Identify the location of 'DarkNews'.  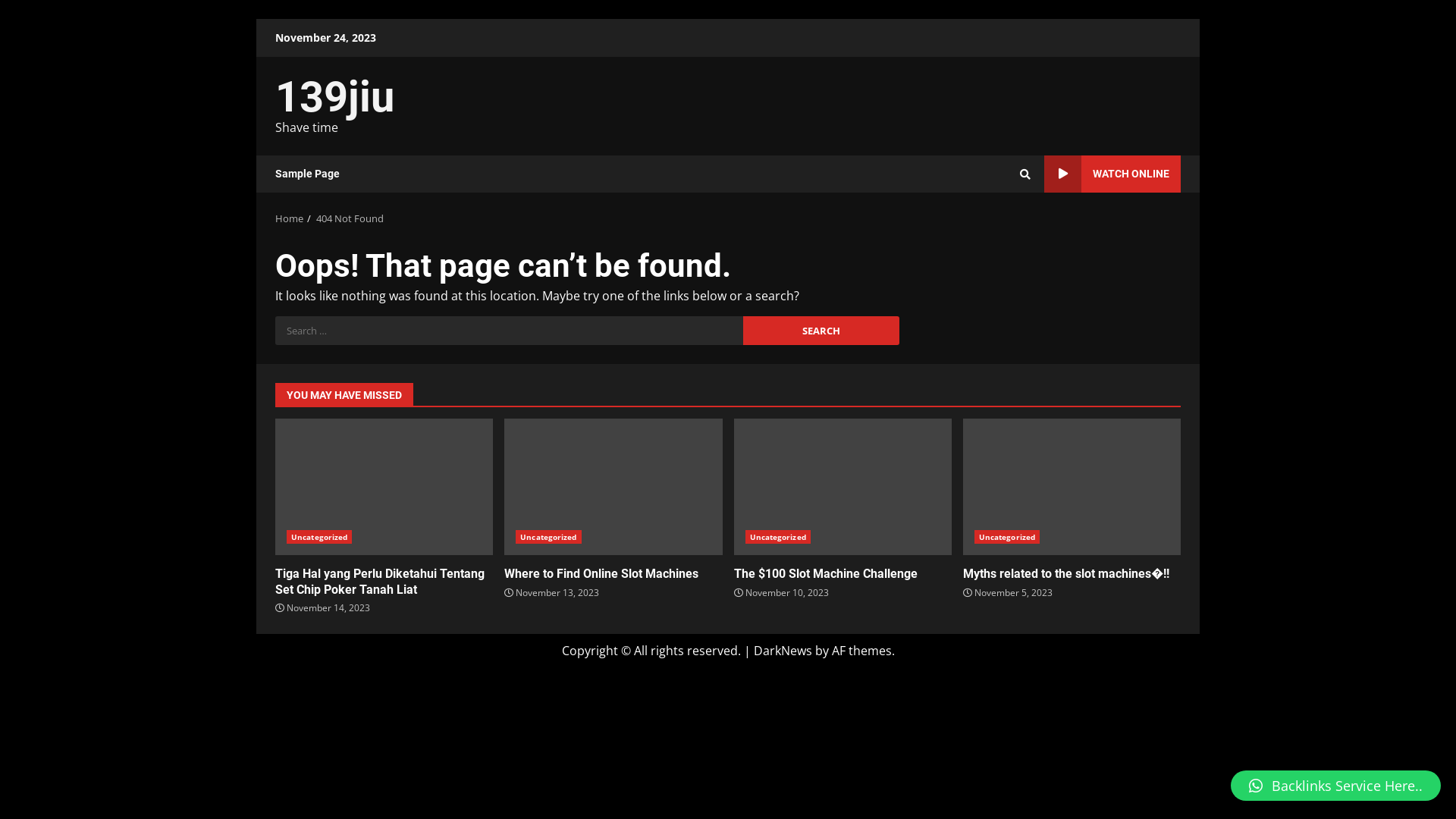
(783, 649).